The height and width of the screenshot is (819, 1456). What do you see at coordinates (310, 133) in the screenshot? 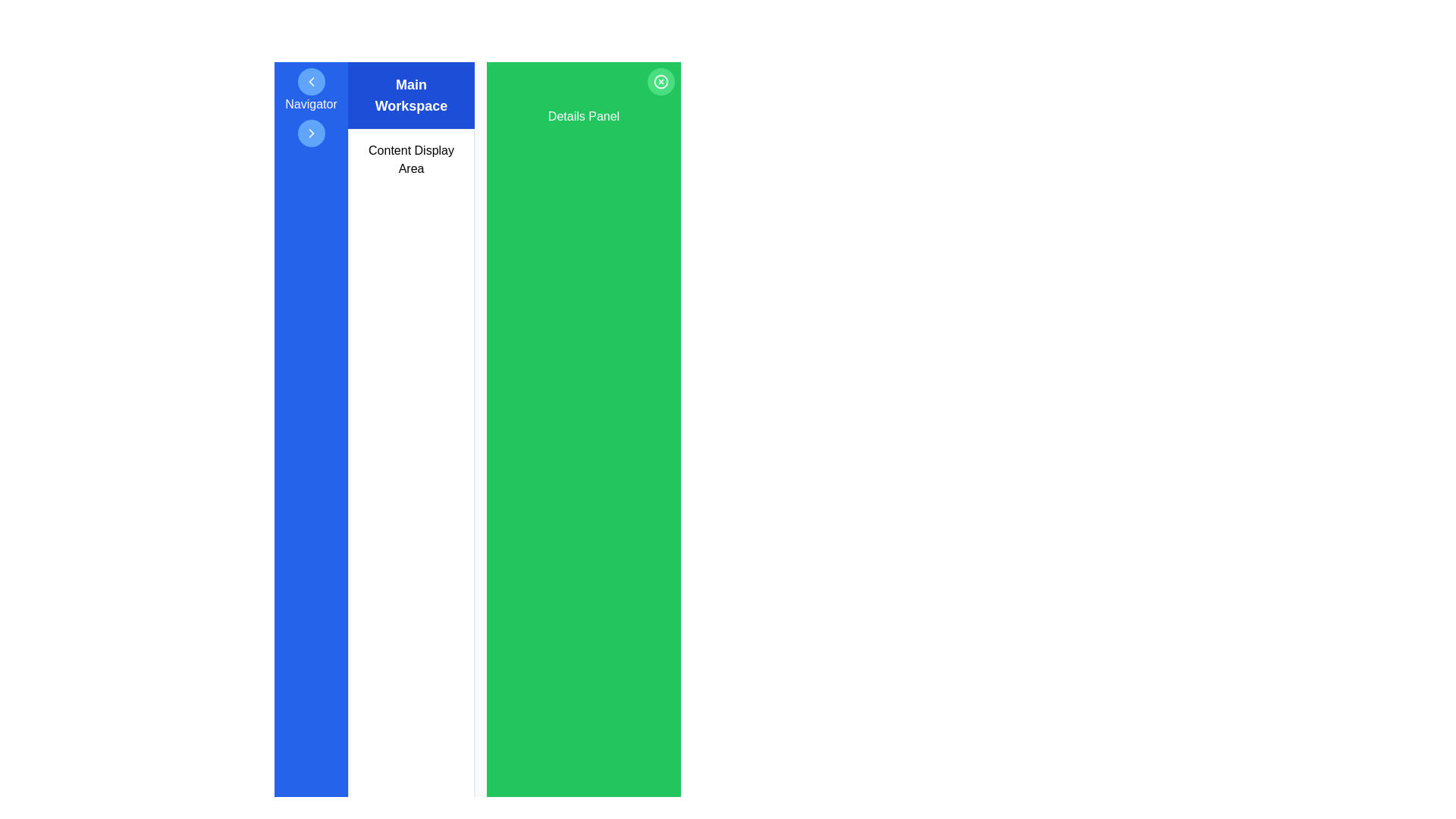
I see `the right-facing chevron icon with a blue outline located within the blue circular button in the left navigation column` at bounding box center [310, 133].